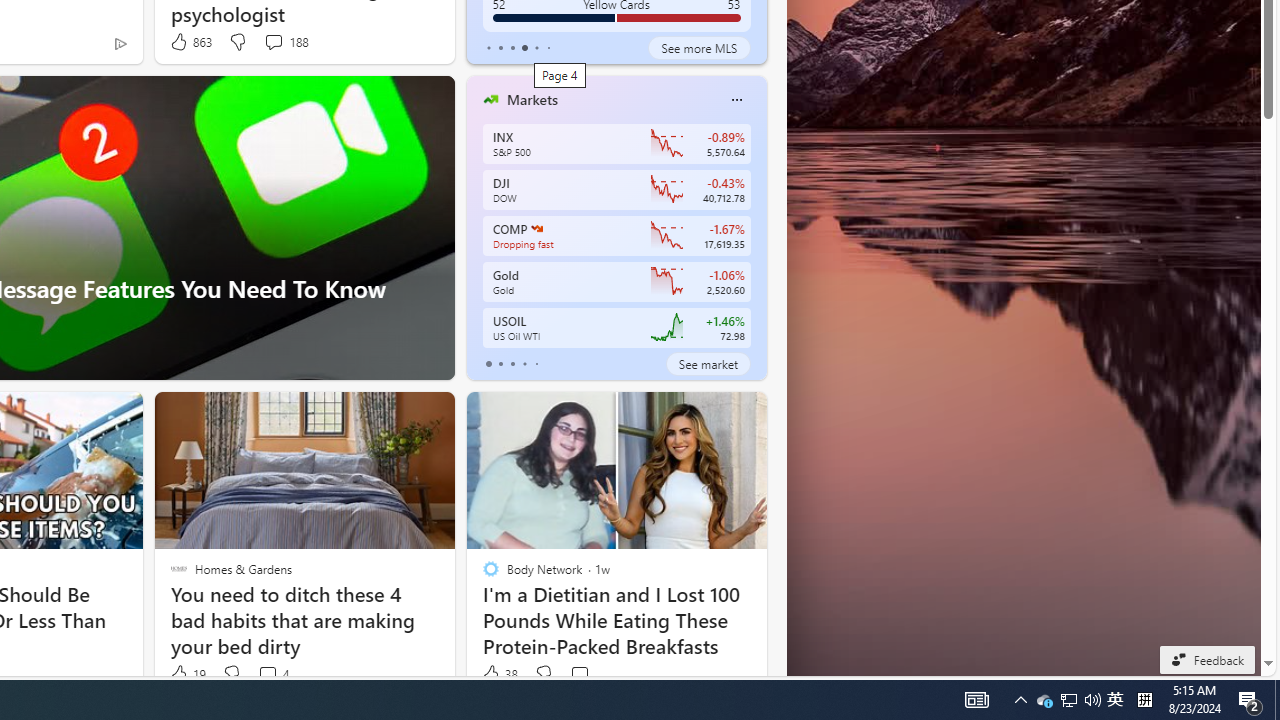  I want to click on 'tab-4', so click(536, 363).